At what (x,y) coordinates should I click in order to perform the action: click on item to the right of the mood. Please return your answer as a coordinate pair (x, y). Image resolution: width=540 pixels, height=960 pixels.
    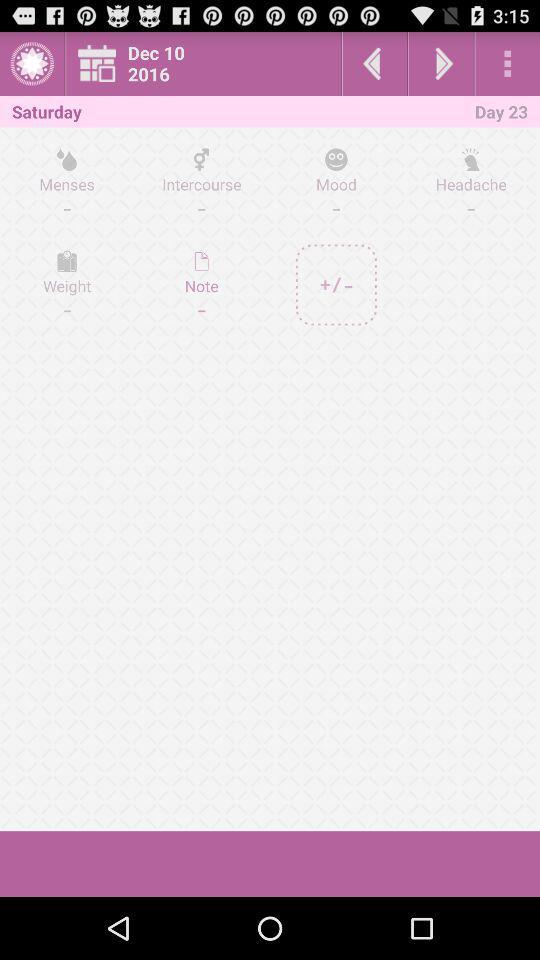
    Looking at the image, I should click on (470, 183).